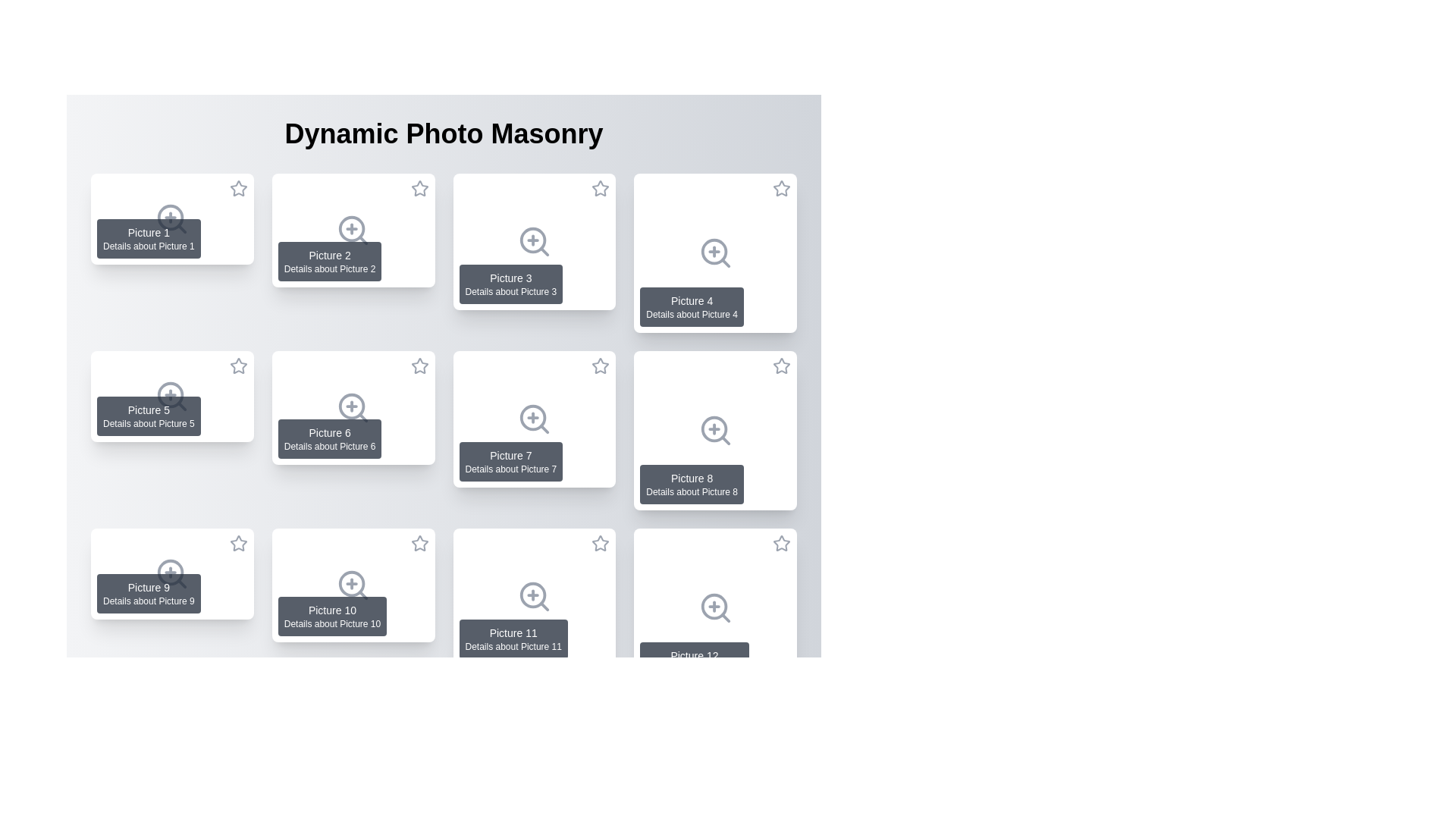 Image resolution: width=1456 pixels, height=819 pixels. Describe the element at coordinates (714, 430) in the screenshot. I see `the Zoom icon button located at the center of the panel for 'Picture 8'` at that location.